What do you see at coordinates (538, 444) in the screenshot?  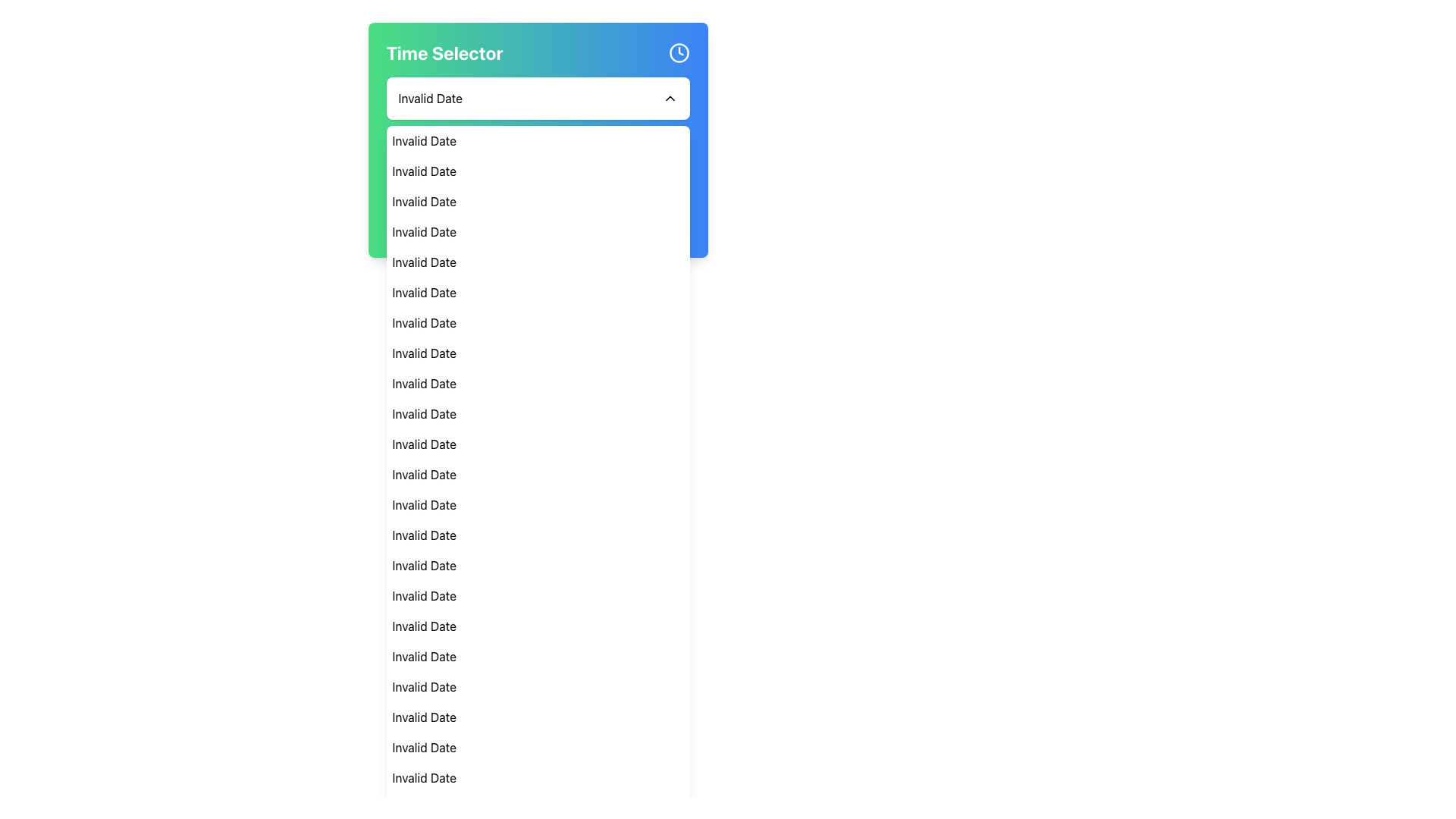 I see `the dropdown menu item labeled 'Invalid Date', which is the eleventh item in the list, to trigger the hover effect` at bounding box center [538, 444].